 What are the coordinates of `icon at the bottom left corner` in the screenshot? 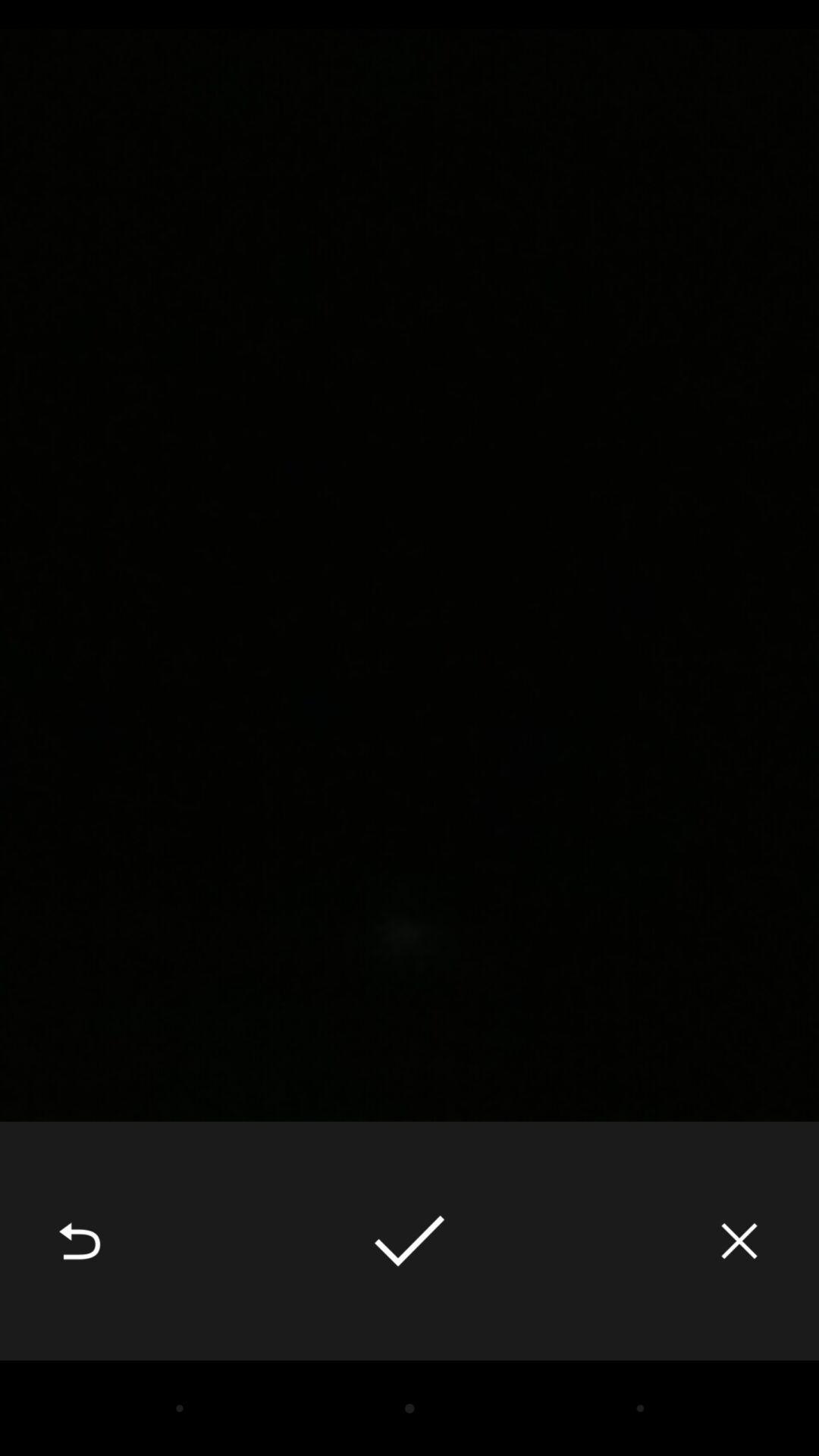 It's located at (79, 1241).